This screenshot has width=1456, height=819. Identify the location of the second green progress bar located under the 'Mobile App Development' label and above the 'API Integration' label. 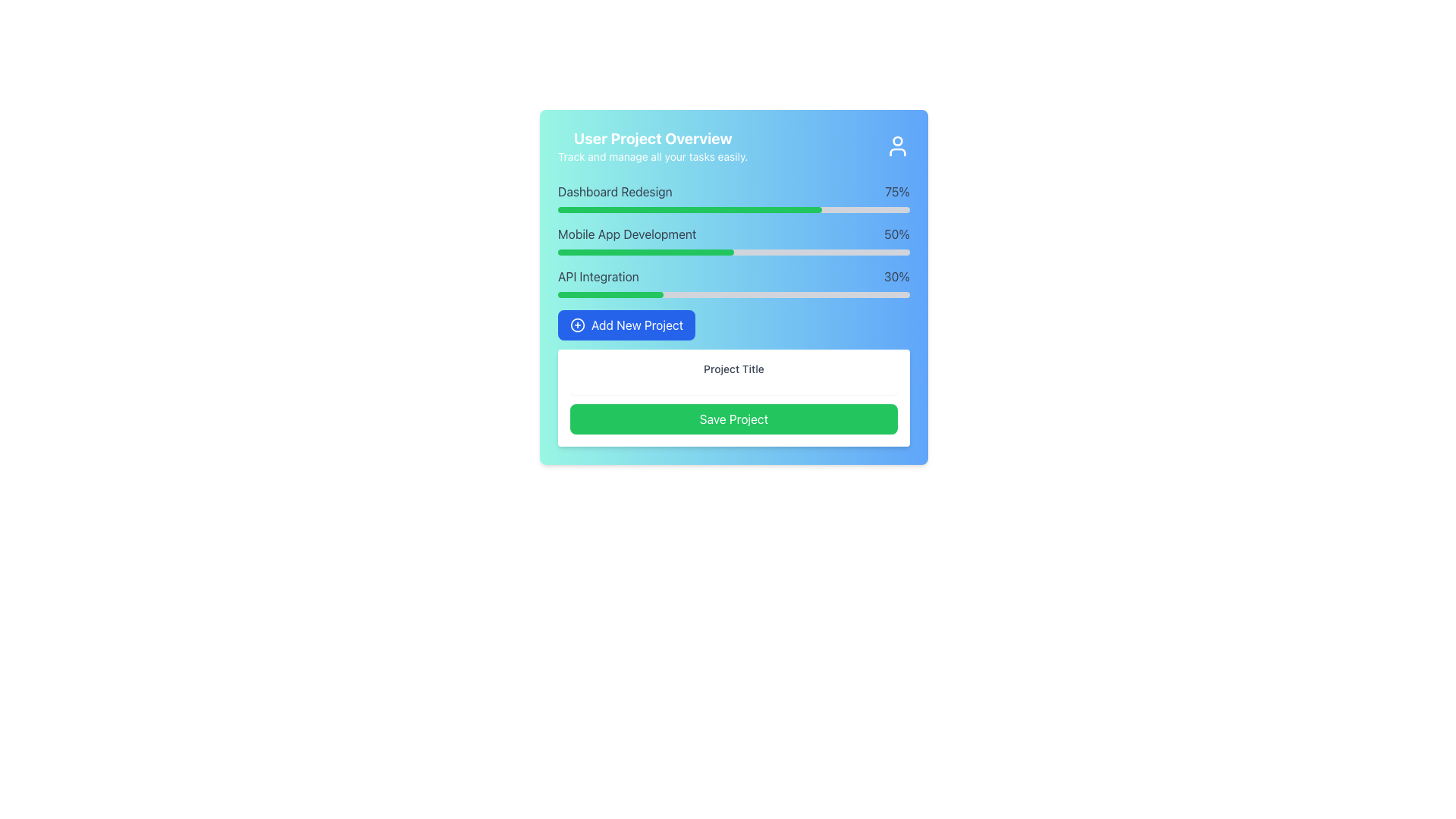
(645, 251).